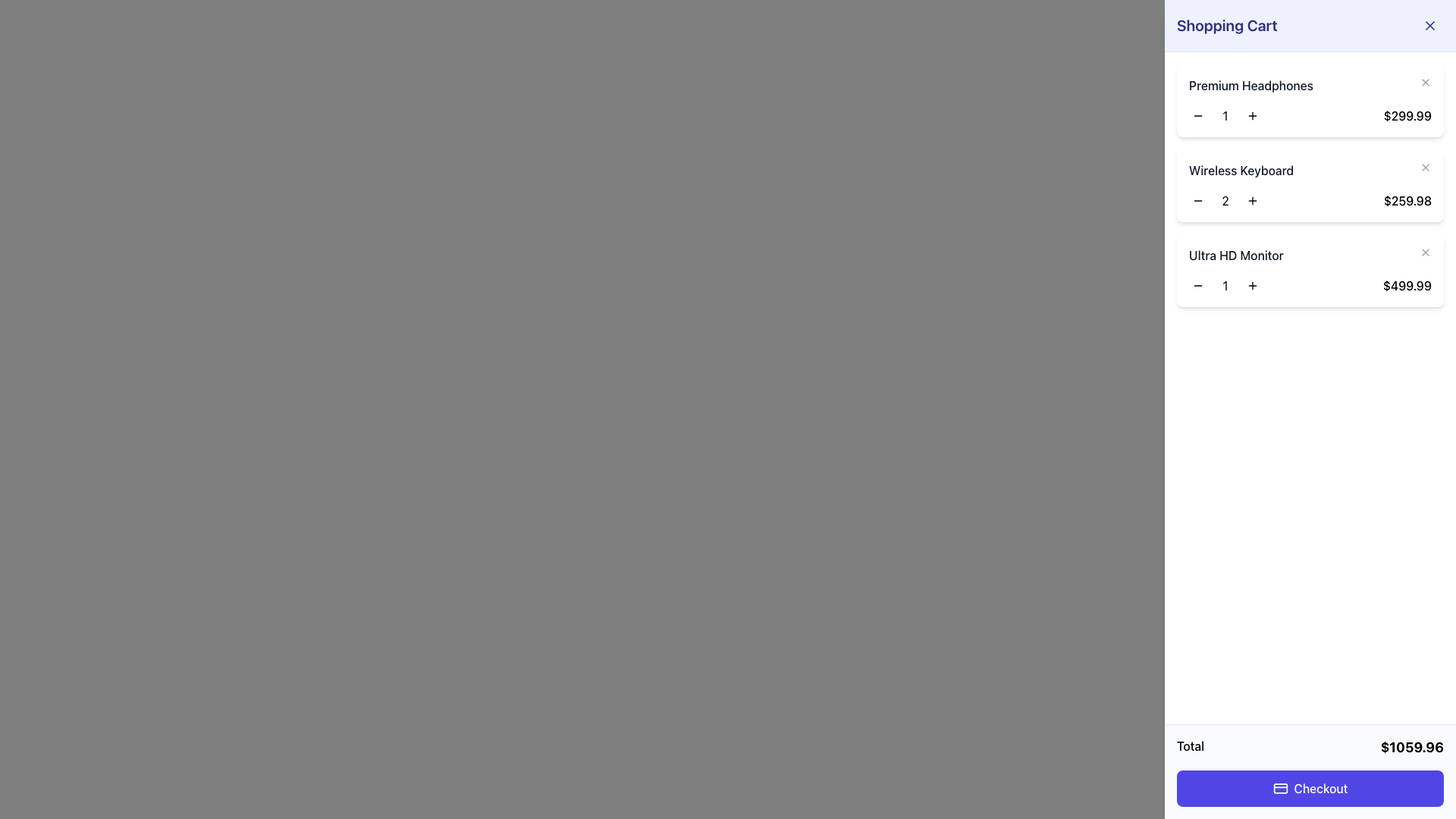 The image size is (1456, 819). What do you see at coordinates (1197, 286) in the screenshot?
I see `the leftmost button that decreases the quantity of the 'Ultra HD Monitor' item in the shopping cart` at bounding box center [1197, 286].